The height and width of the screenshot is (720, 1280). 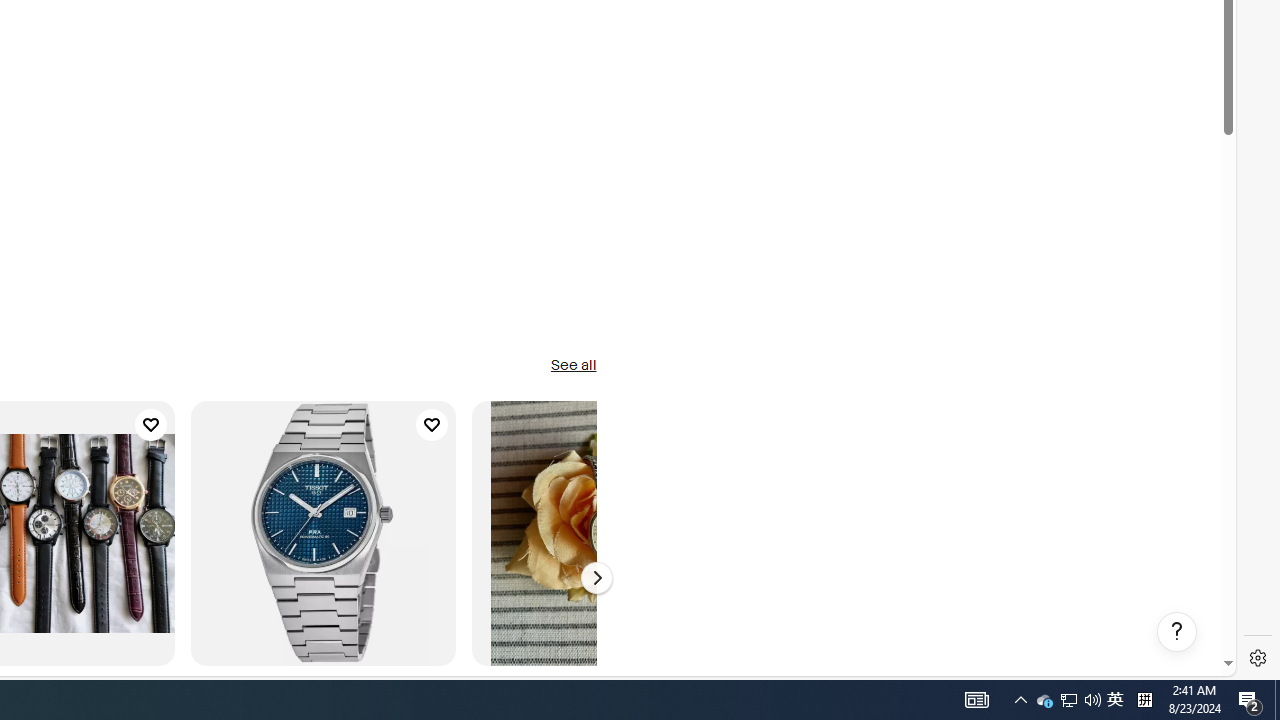 I want to click on 'See all', so click(x=572, y=366).